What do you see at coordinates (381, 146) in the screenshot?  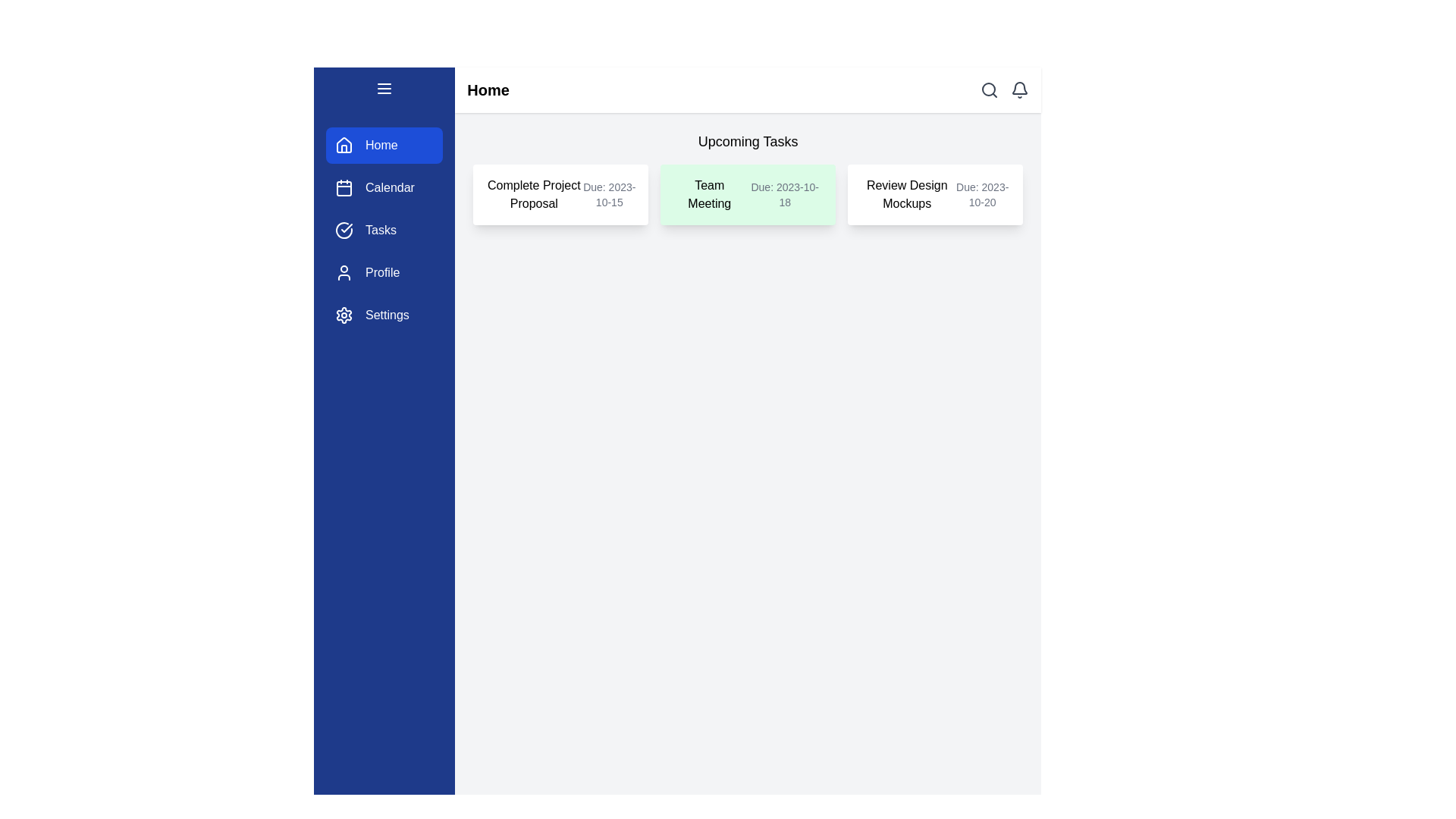 I see `the 'Home' text label in the vertical sidebar navigation, which indicates the current active section of the menu` at bounding box center [381, 146].